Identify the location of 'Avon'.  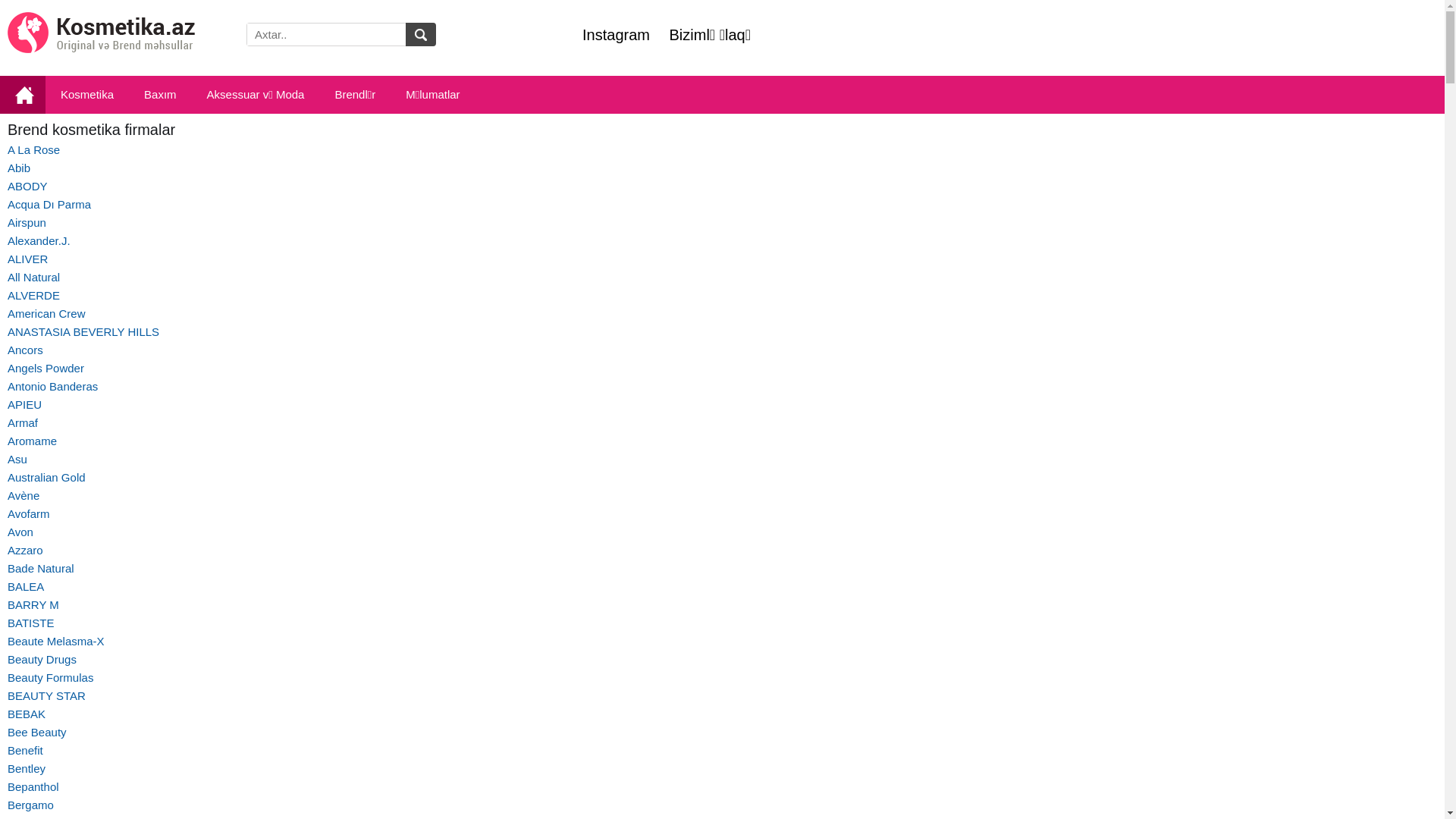
(20, 531).